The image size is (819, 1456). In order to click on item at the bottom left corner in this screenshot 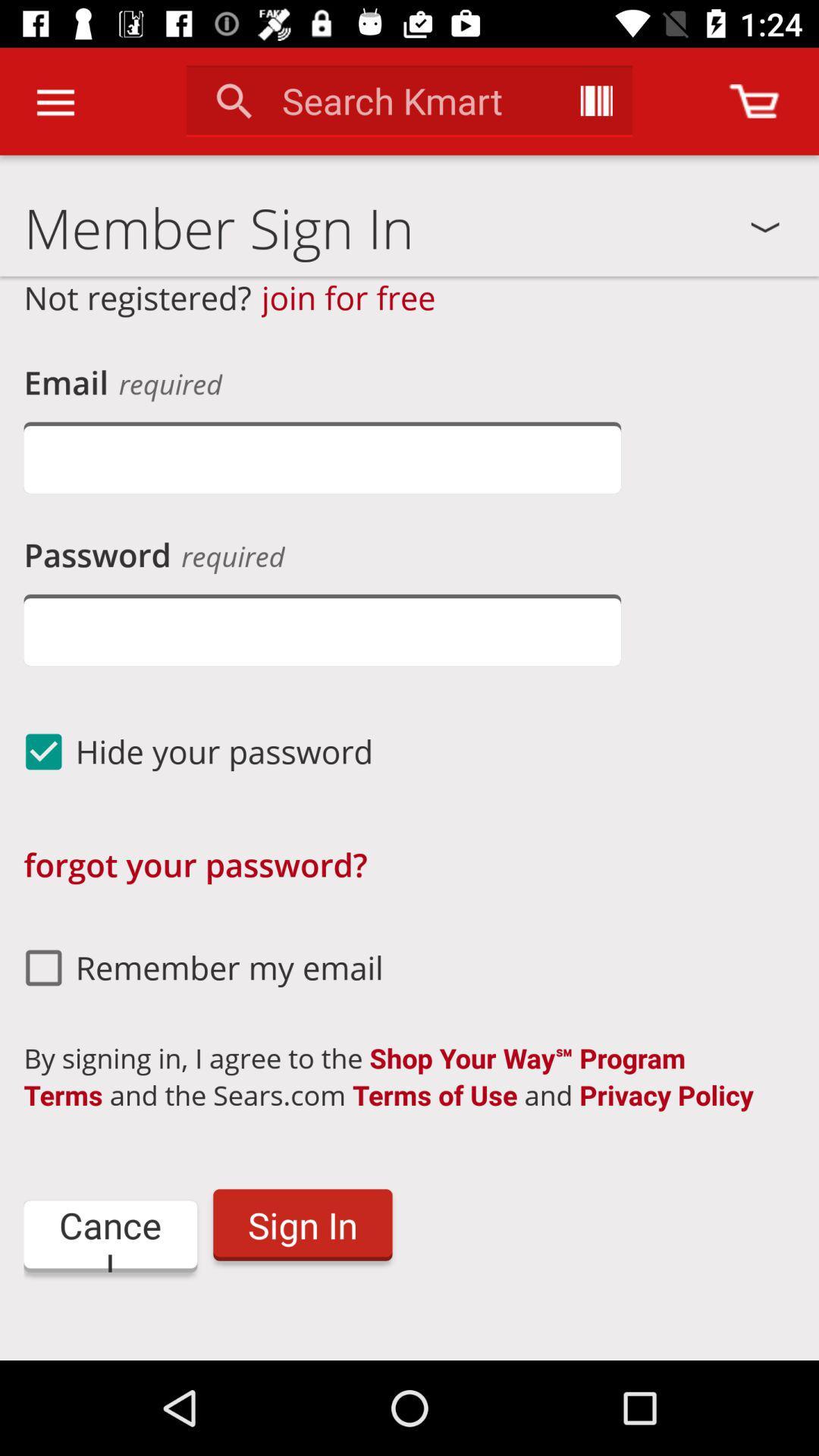, I will do `click(109, 1236)`.